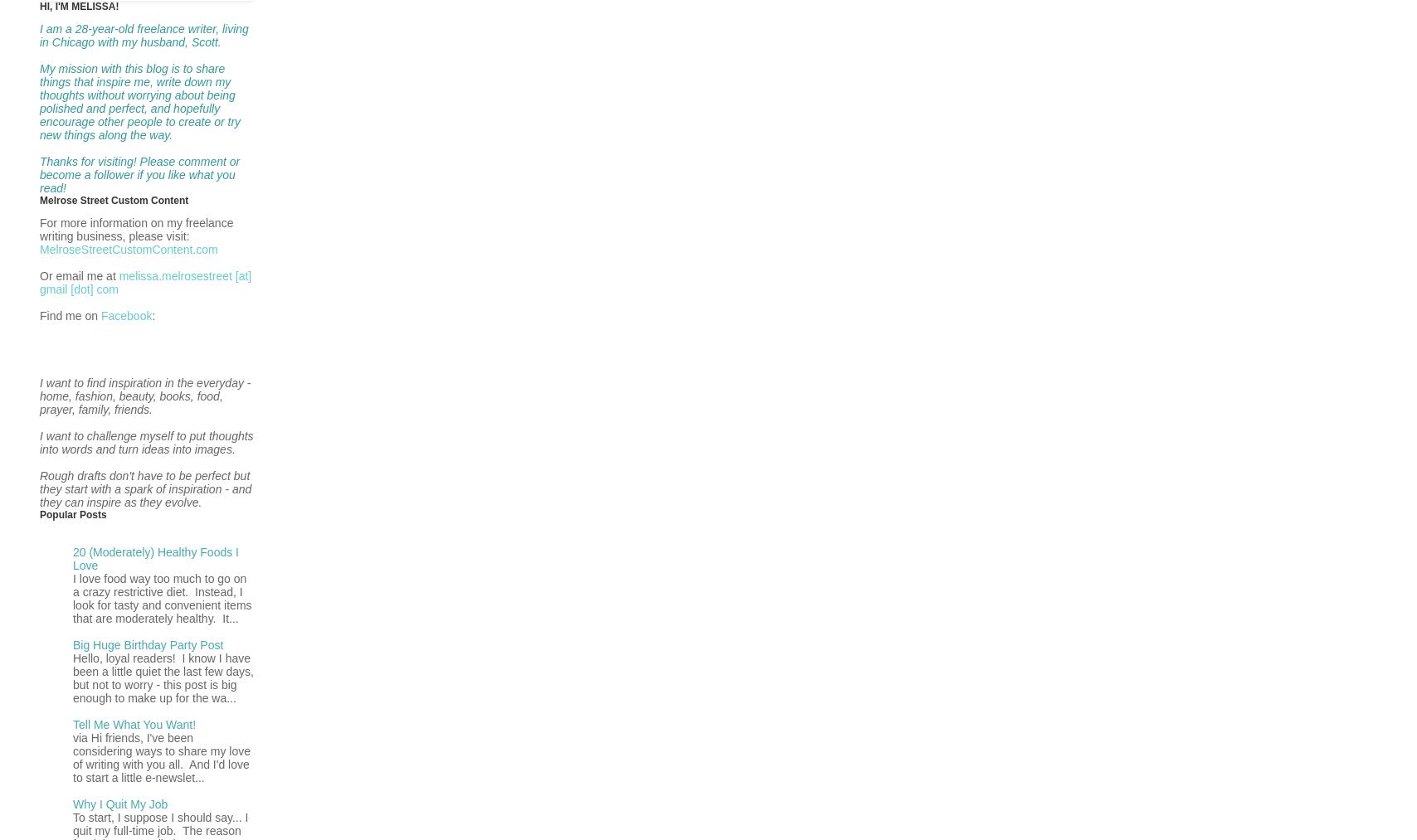 The width and height of the screenshot is (1417, 840). Describe the element at coordinates (146, 442) in the screenshot. I see `'I want to challenge myself to put thoughts into words and turn ideas into images.'` at that location.